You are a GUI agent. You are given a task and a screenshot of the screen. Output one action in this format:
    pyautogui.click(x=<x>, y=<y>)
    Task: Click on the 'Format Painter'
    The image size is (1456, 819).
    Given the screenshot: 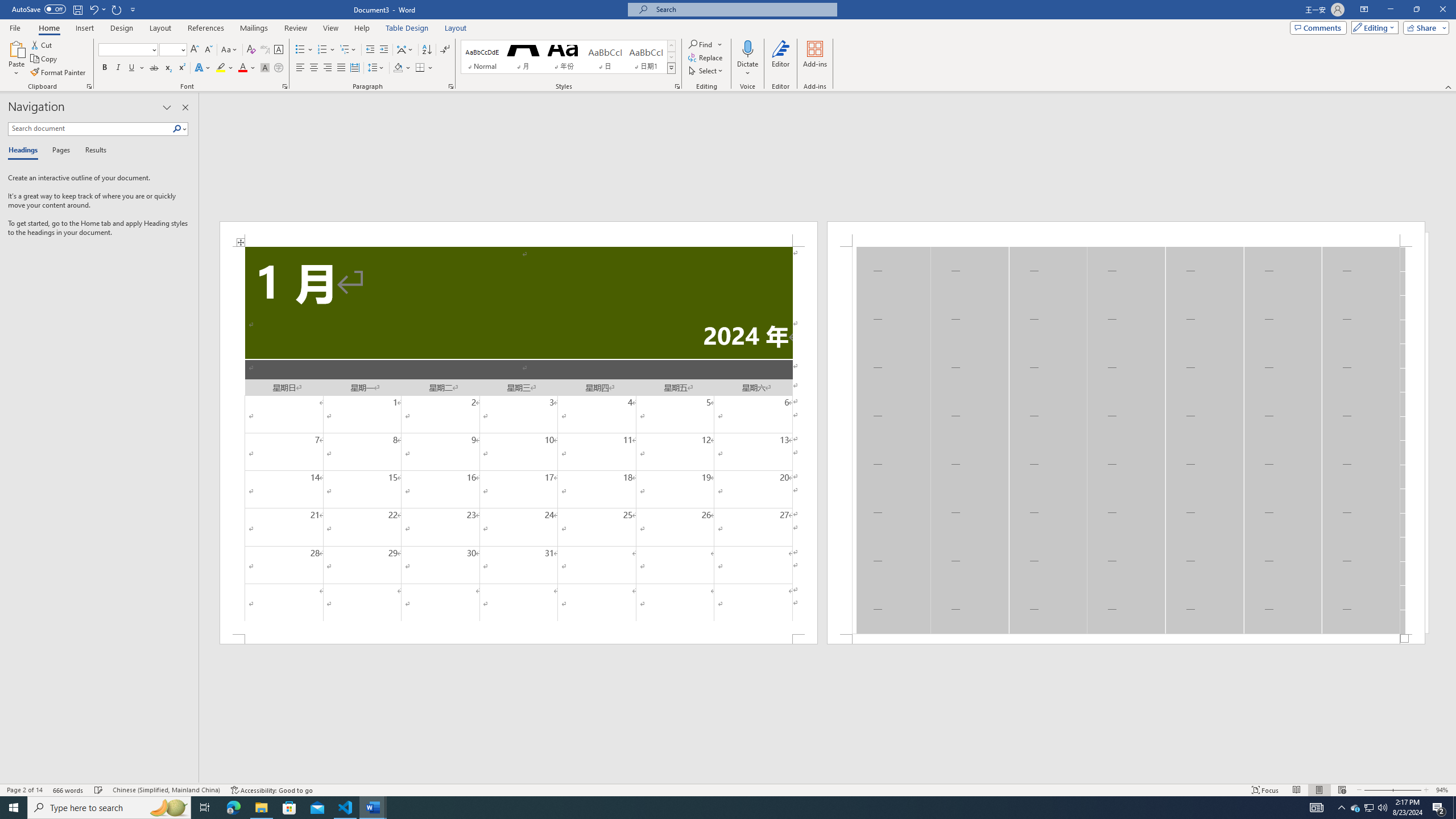 What is the action you would take?
    pyautogui.click(x=58, y=72)
    